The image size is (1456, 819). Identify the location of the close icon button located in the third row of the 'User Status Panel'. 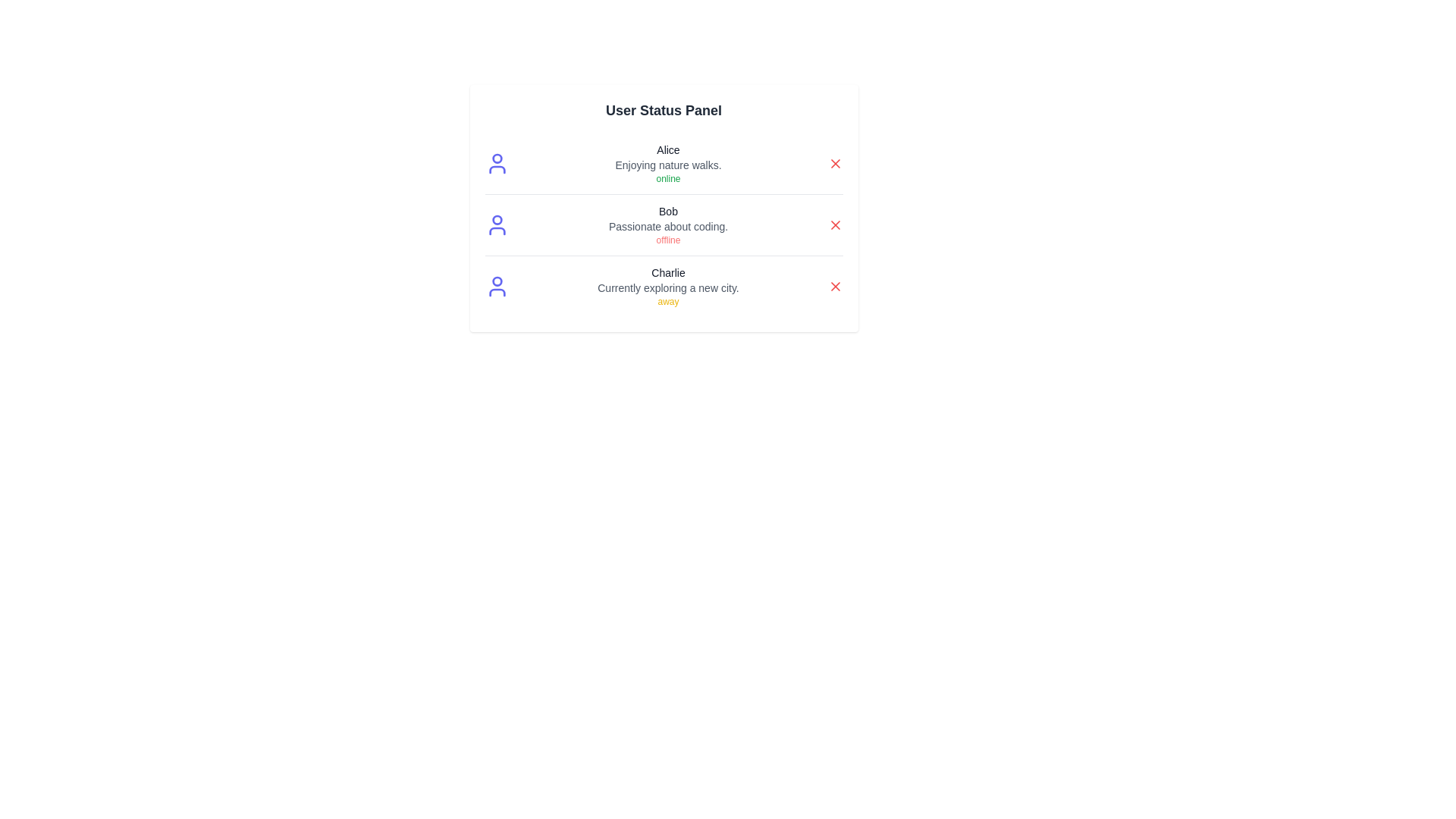
(834, 287).